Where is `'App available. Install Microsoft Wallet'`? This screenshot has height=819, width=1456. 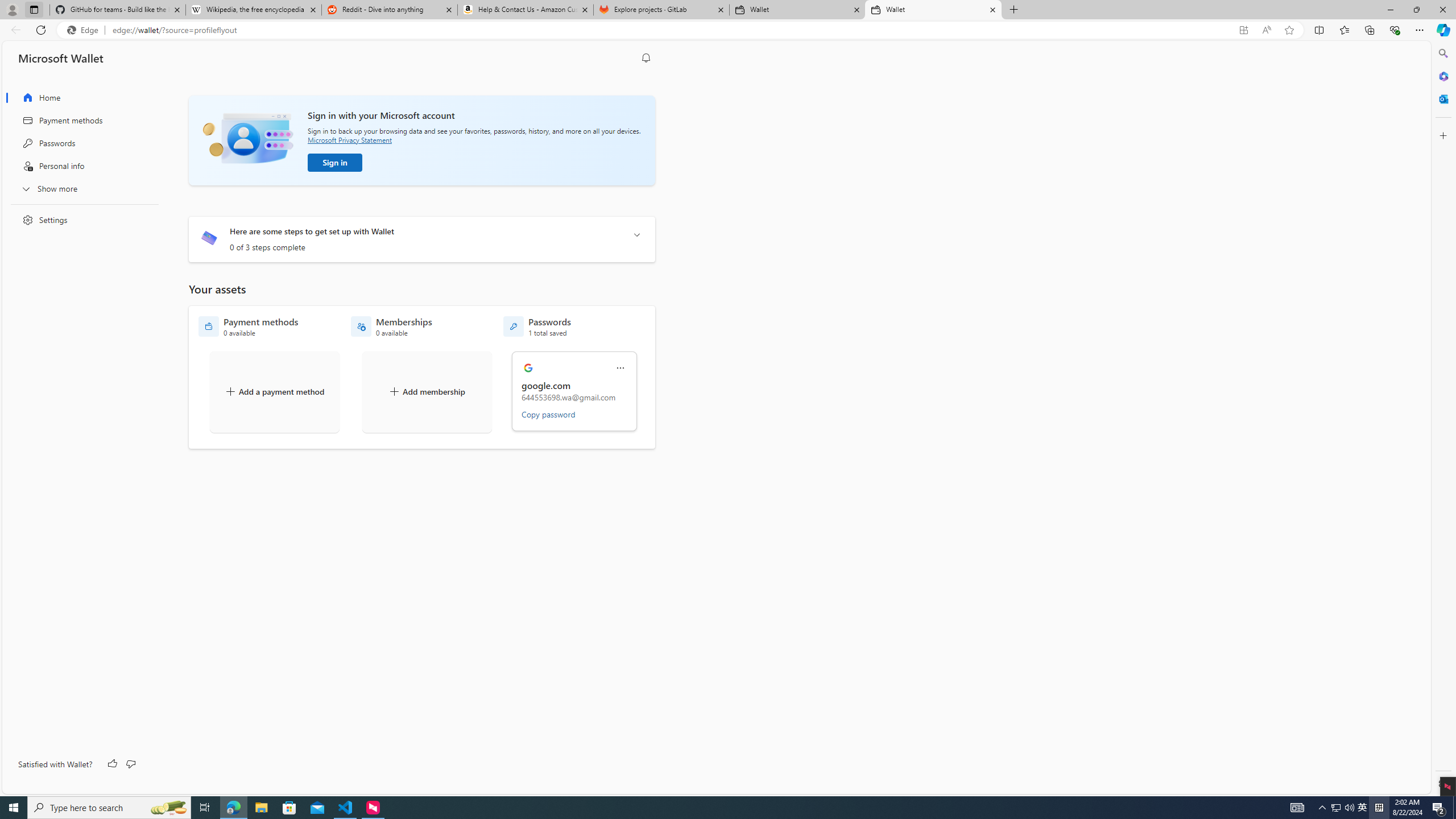
'App available. Install Microsoft Wallet' is located at coordinates (1243, 30).